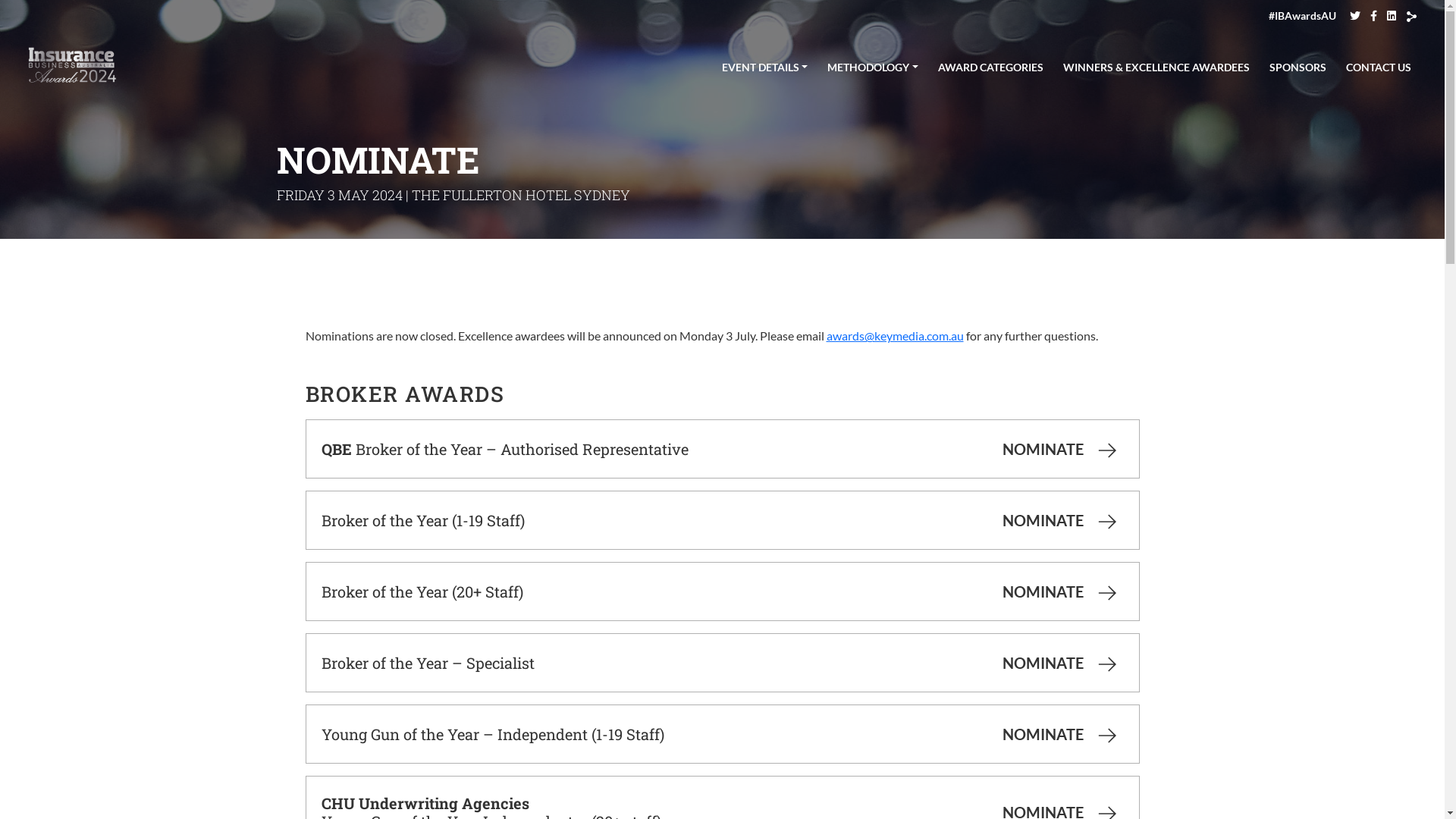 This screenshot has height=819, width=1456. What do you see at coordinates (1156, 64) in the screenshot?
I see `'WINNERS & EXCELLENCE AWARDEES'` at bounding box center [1156, 64].